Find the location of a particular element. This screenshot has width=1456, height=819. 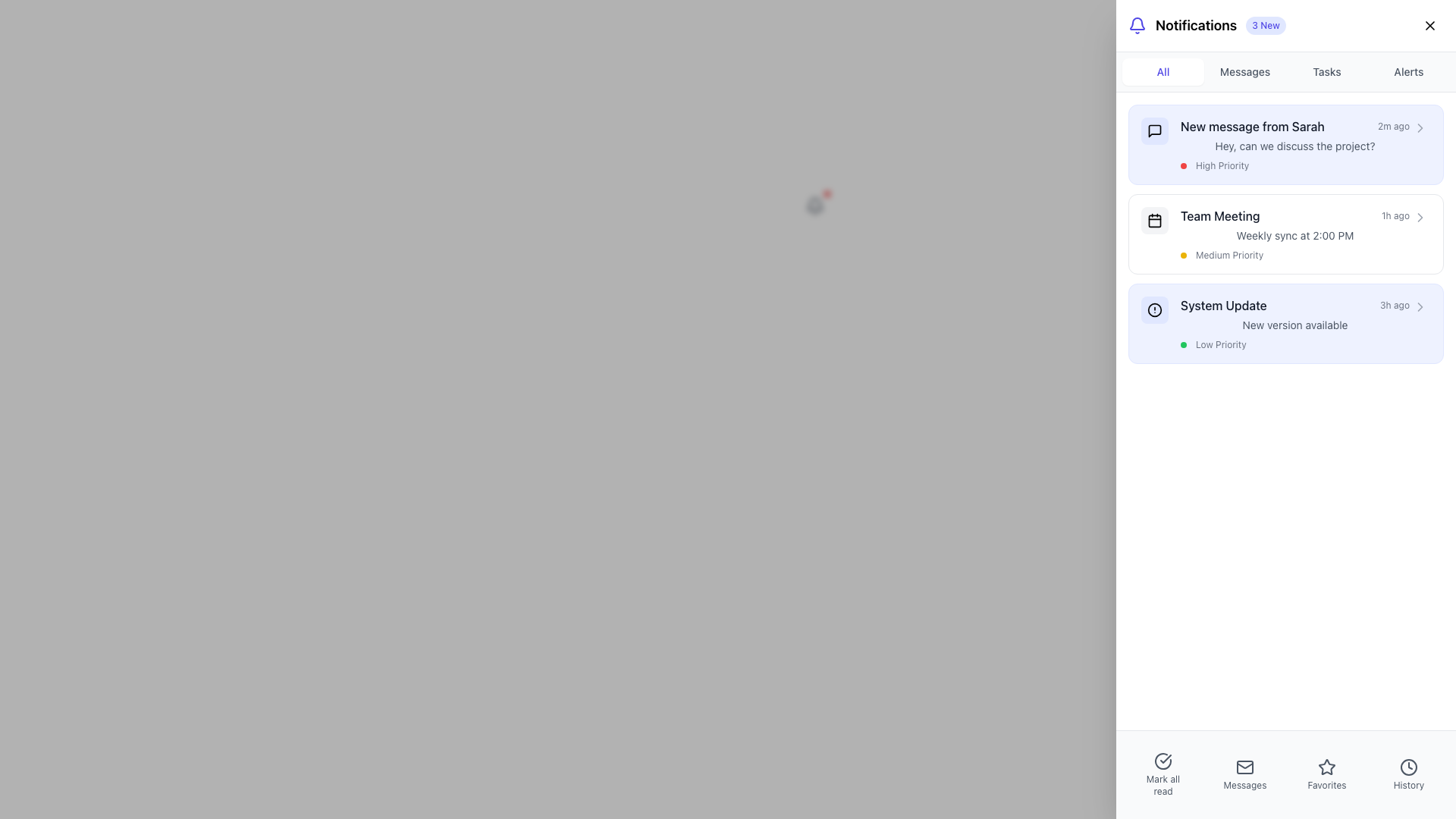

the text label displaying '2m ago', which is located in the upper-right corner of the notification block next to the title 'New message from Sarah' is located at coordinates (1394, 125).